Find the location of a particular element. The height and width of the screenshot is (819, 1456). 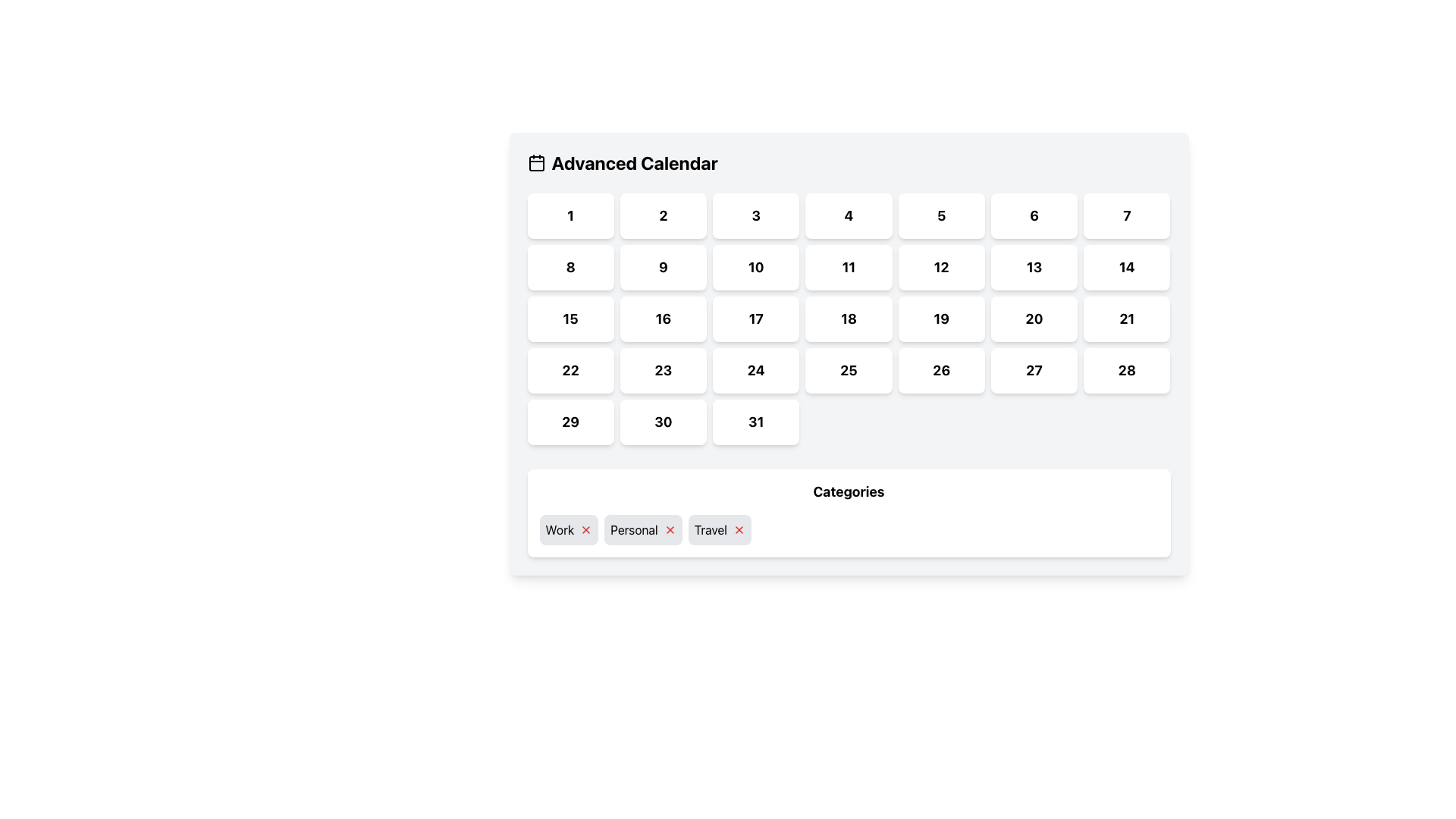

the bold styled numeric button displaying the number '5' located in the second row and fifth column of the grid is located at coordinates (940, 215).